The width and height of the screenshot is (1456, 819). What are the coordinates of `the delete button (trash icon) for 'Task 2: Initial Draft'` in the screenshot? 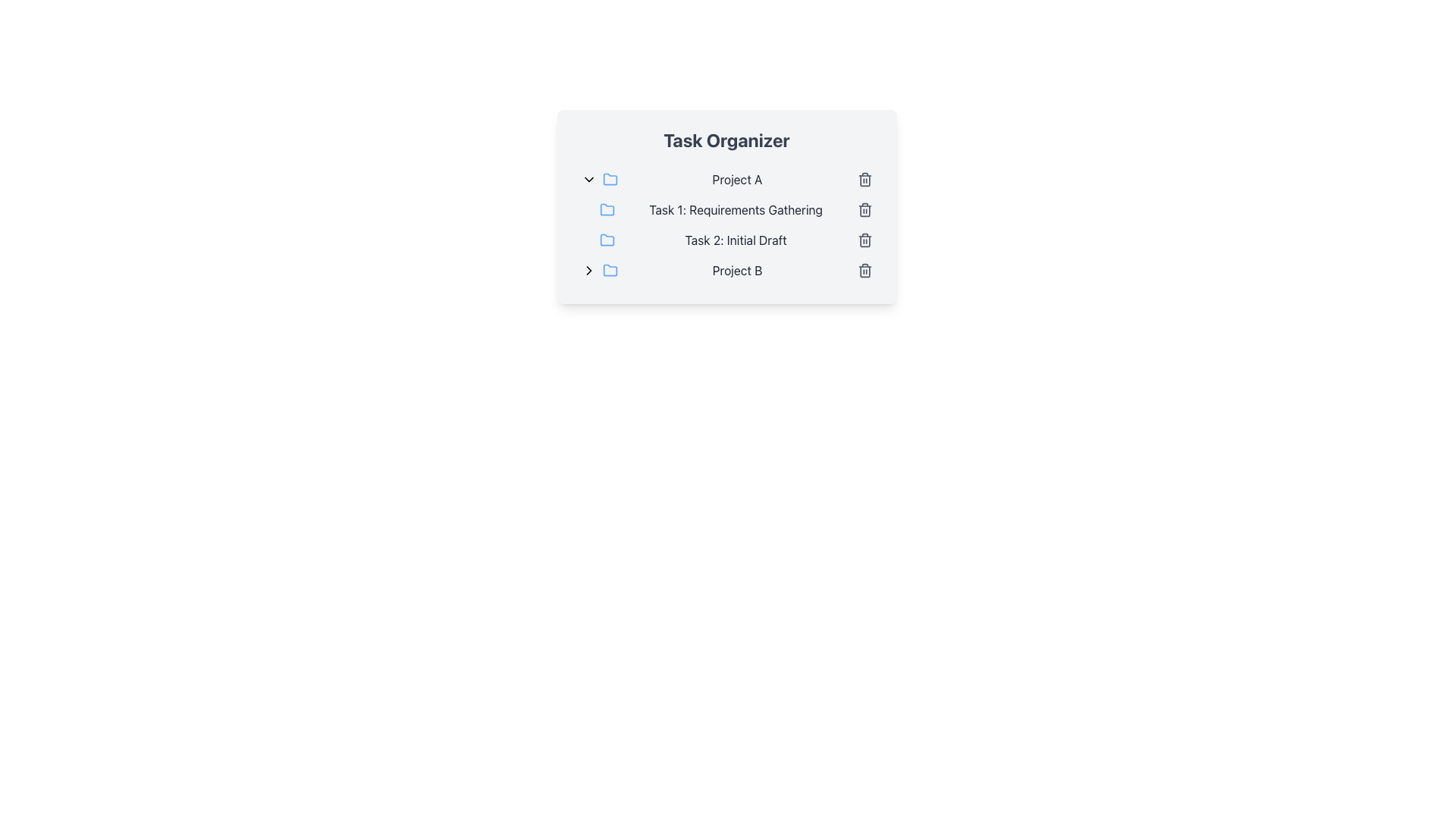 It's located at (864, 239).